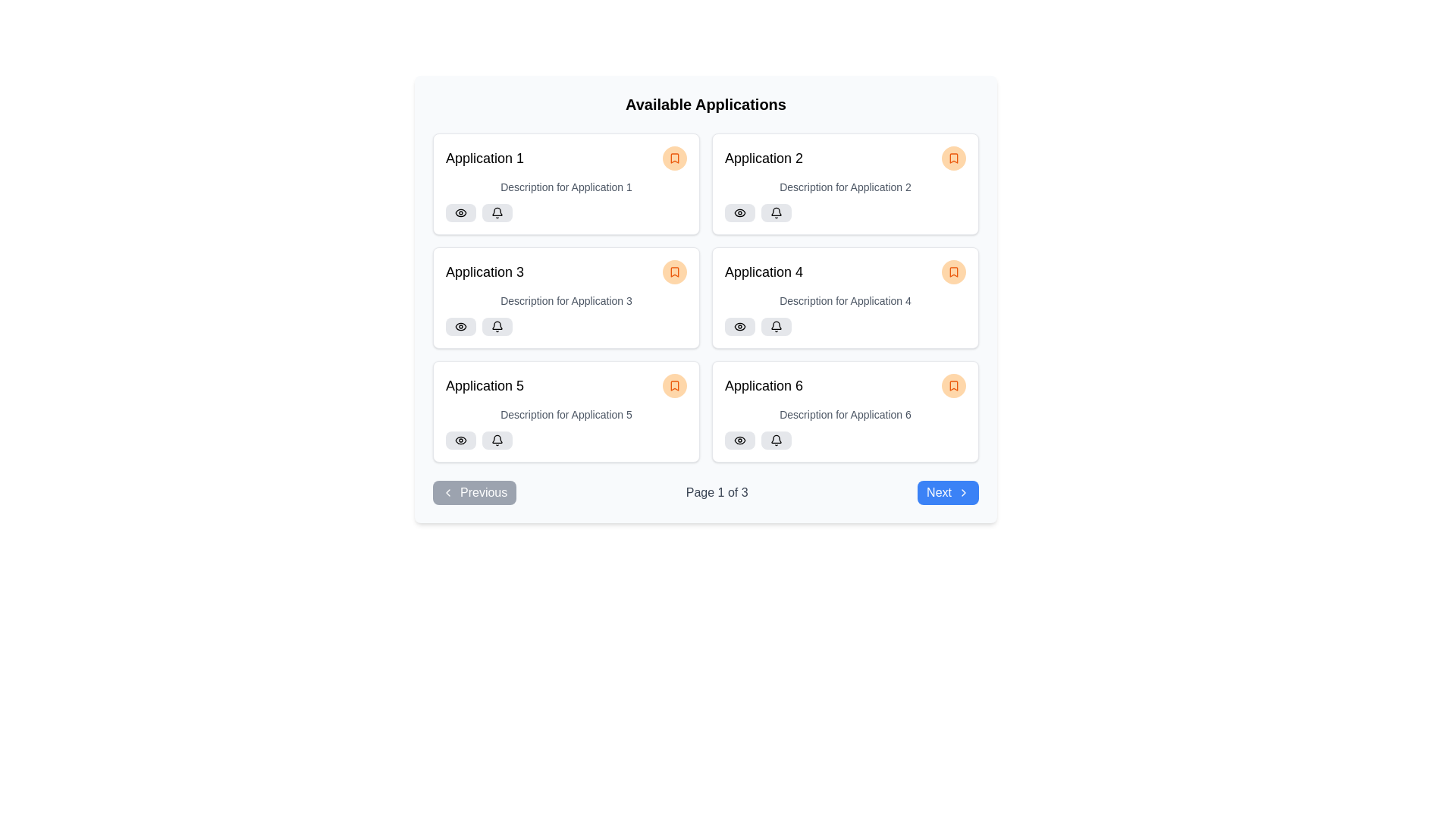  What do you see at coordinates (484, 158) in the screenshot?
I see `the text label that serves as the title for the 'Application 1' section, located in the top-left quadrant of the layout` at bounding box center [484, 158].